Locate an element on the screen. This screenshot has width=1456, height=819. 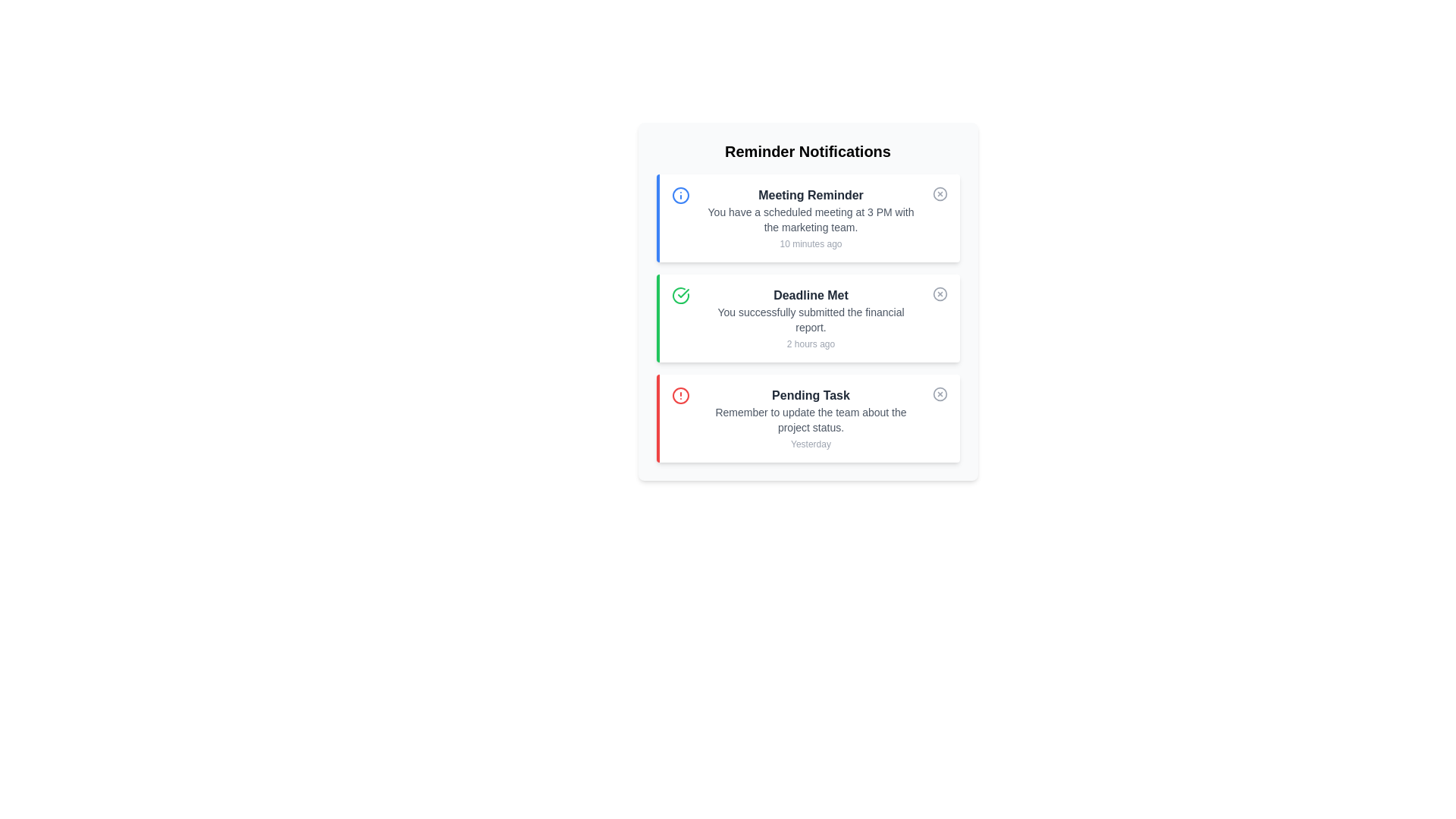
text content of the 'Deadline Met' label, which is a prominently displayed title in the second notification card is located at coordinates (810, 295).